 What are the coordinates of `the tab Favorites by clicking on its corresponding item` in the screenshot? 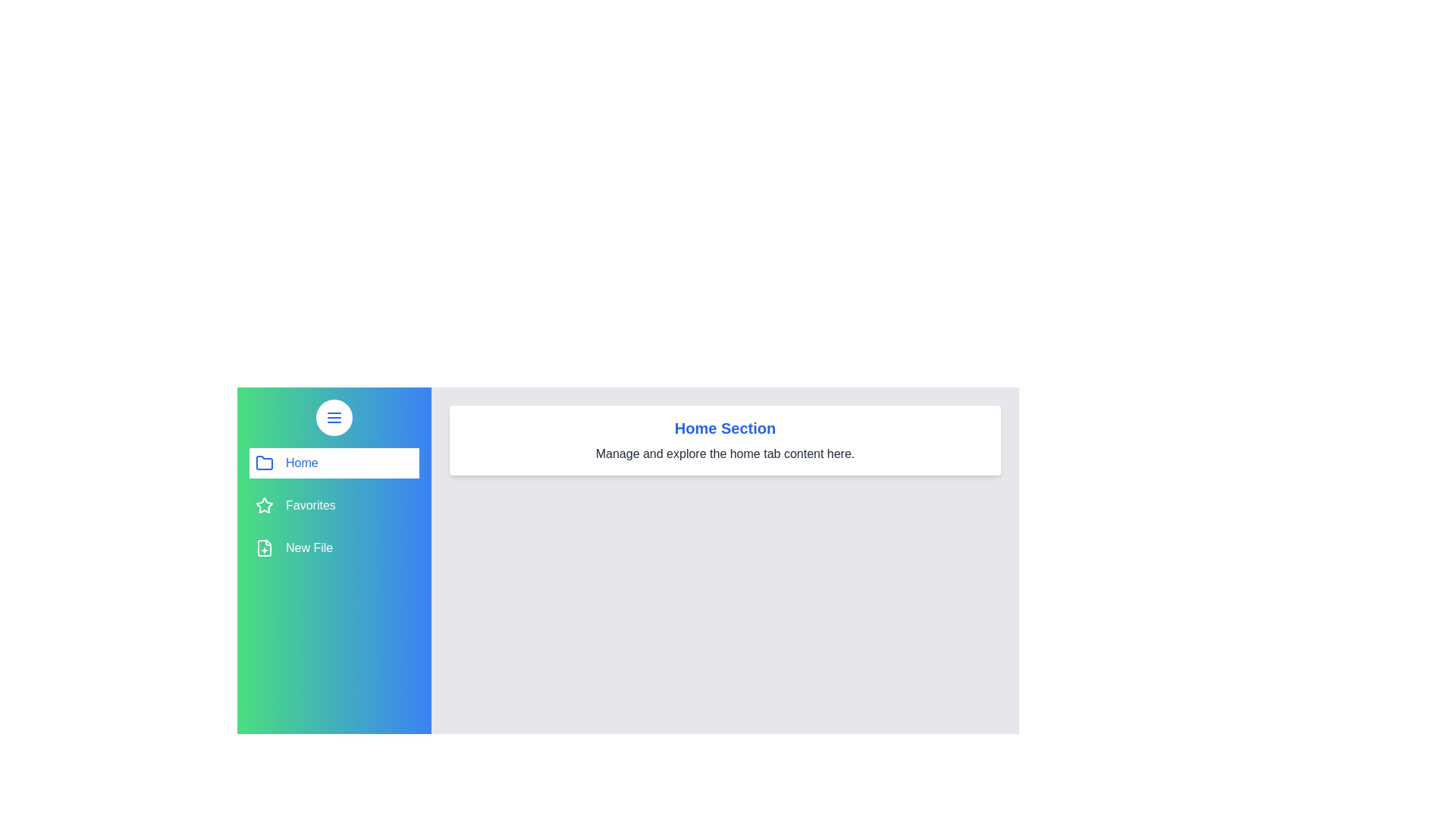 It's located at (334, 506).